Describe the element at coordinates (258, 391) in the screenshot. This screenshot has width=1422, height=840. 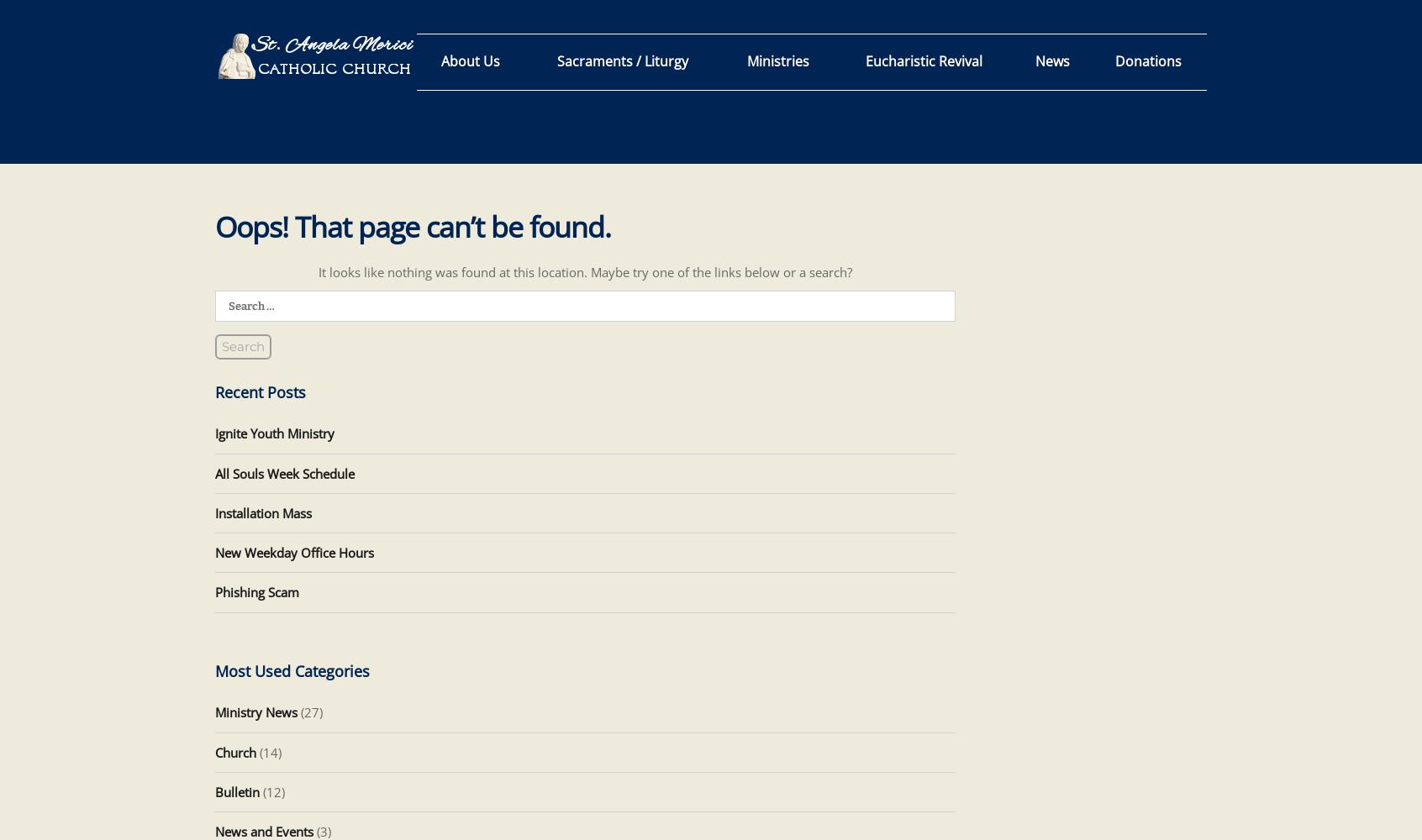
I see `'Recent Posts'` at that location.